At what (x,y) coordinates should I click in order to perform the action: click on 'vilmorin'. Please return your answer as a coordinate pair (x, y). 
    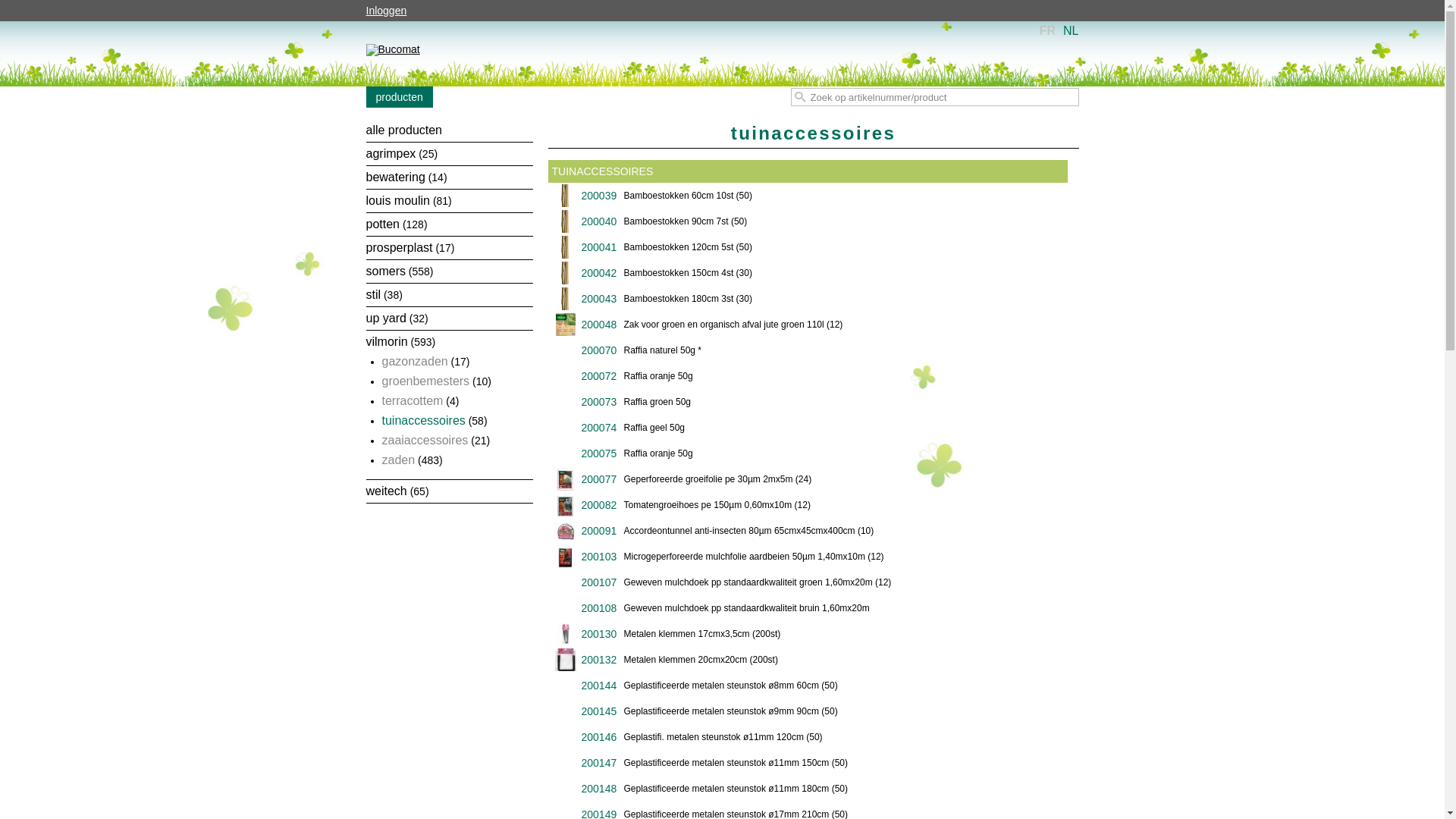
    Looking at the image, I should click on (386, 341).